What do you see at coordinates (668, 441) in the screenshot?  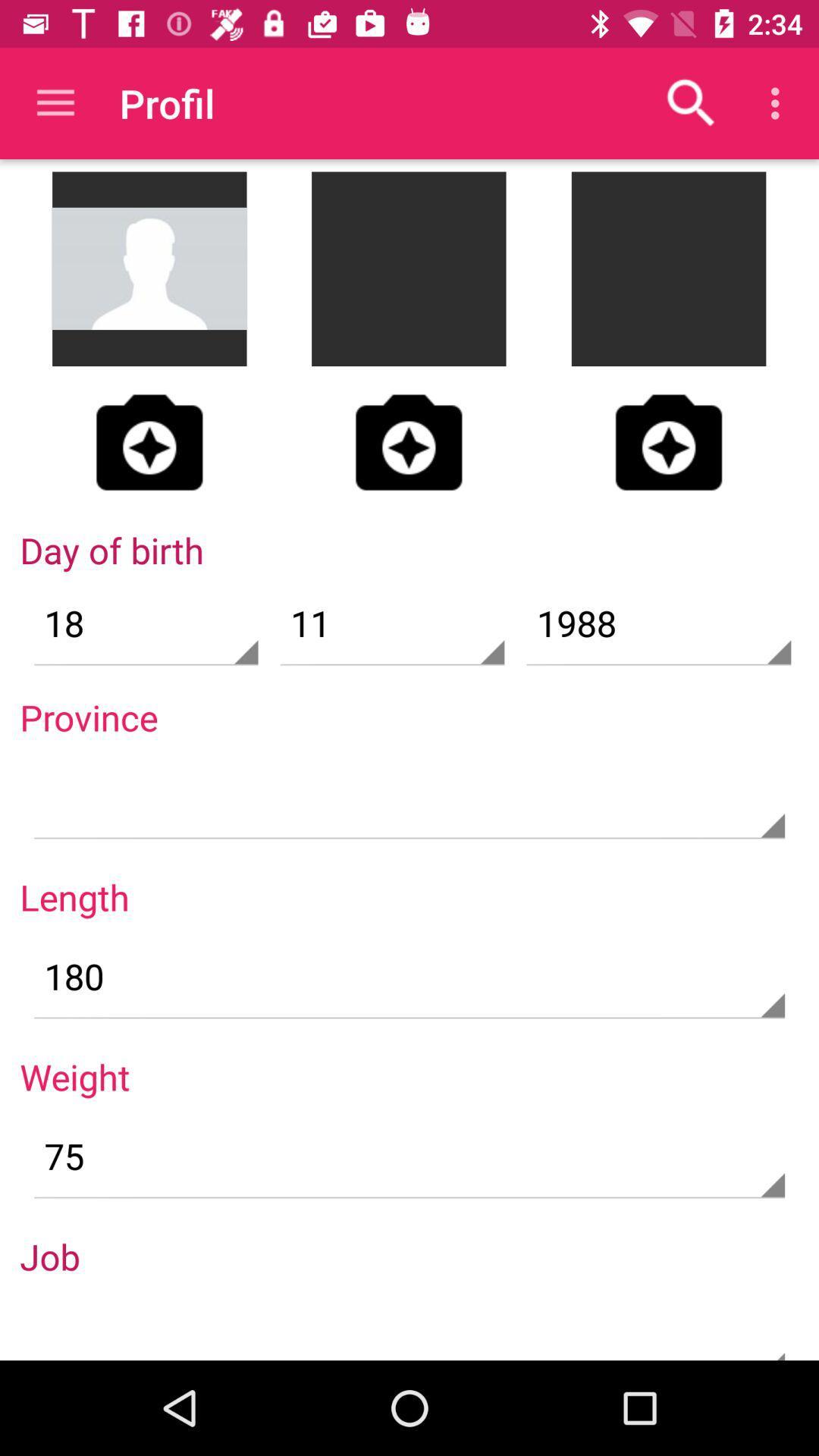 I see `picture` at bounding box center [668, 441].